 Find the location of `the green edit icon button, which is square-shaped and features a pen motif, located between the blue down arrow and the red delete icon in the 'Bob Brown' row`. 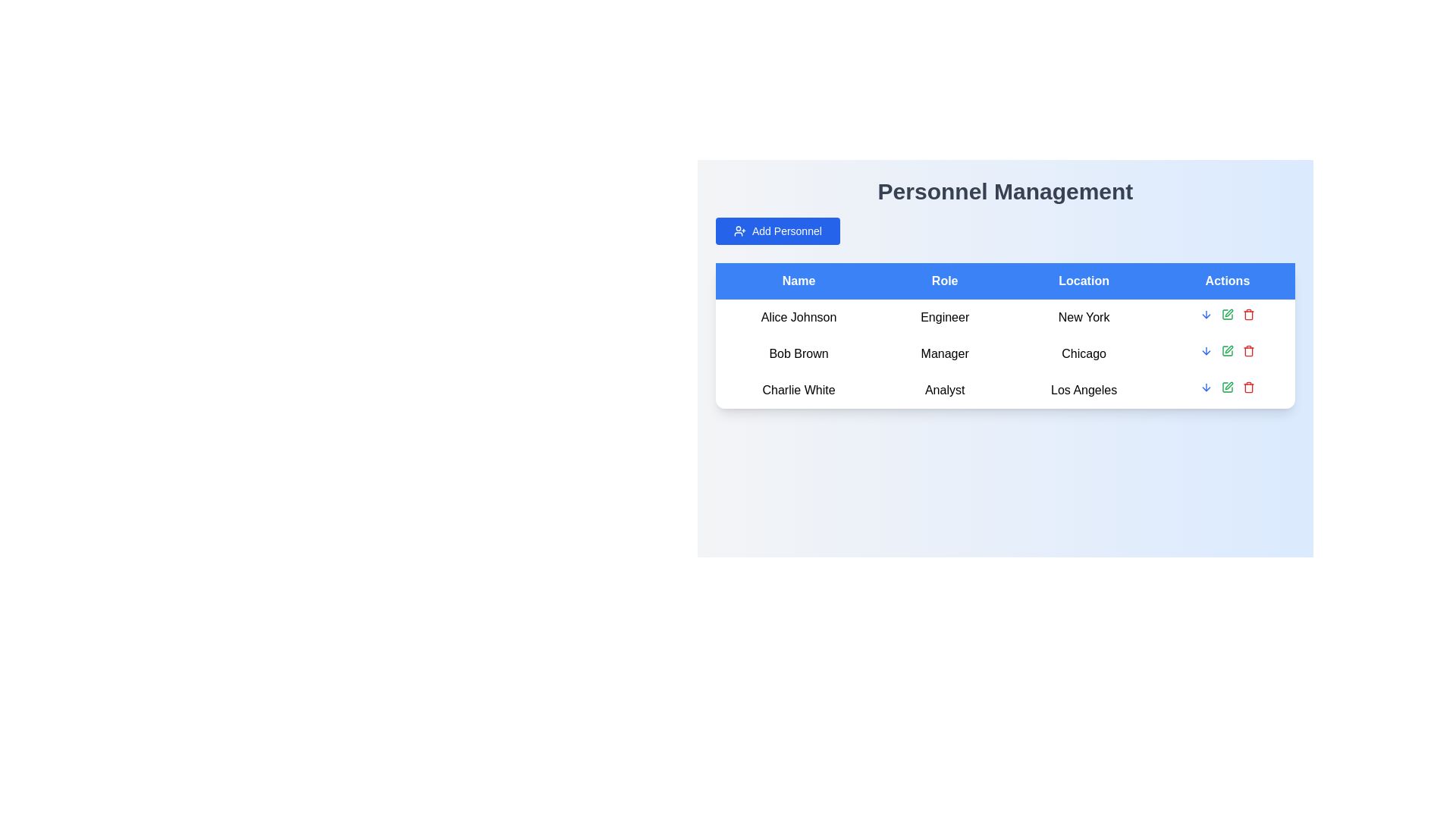

the green edit icon button, which is square-shaped and features a pen motif, located between the blue down arrow and the red delete icon in the 'Bob Brown' row is located at coordinates (1227, 314).